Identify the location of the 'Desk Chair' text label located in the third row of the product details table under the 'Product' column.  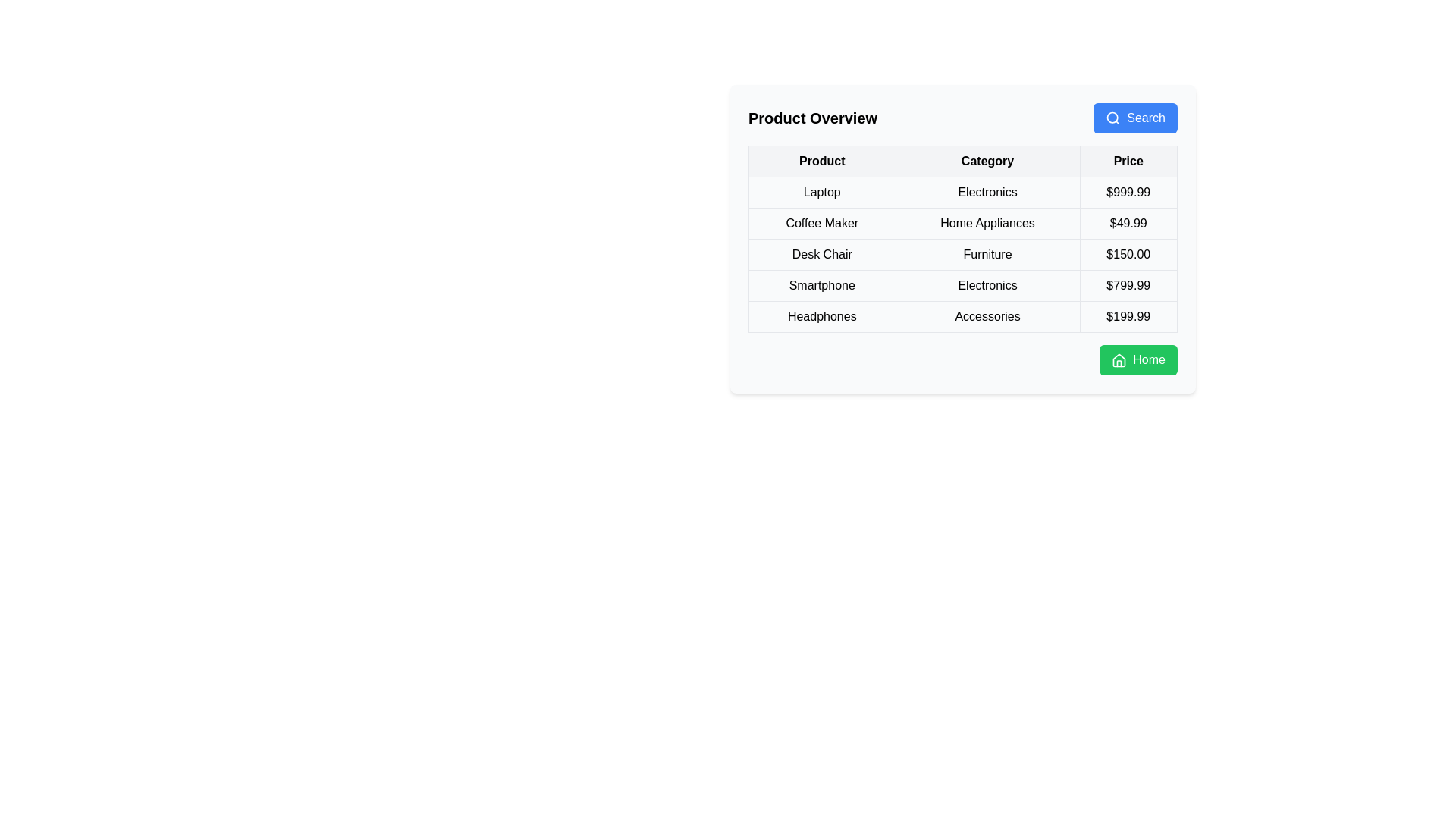
(821, 253).